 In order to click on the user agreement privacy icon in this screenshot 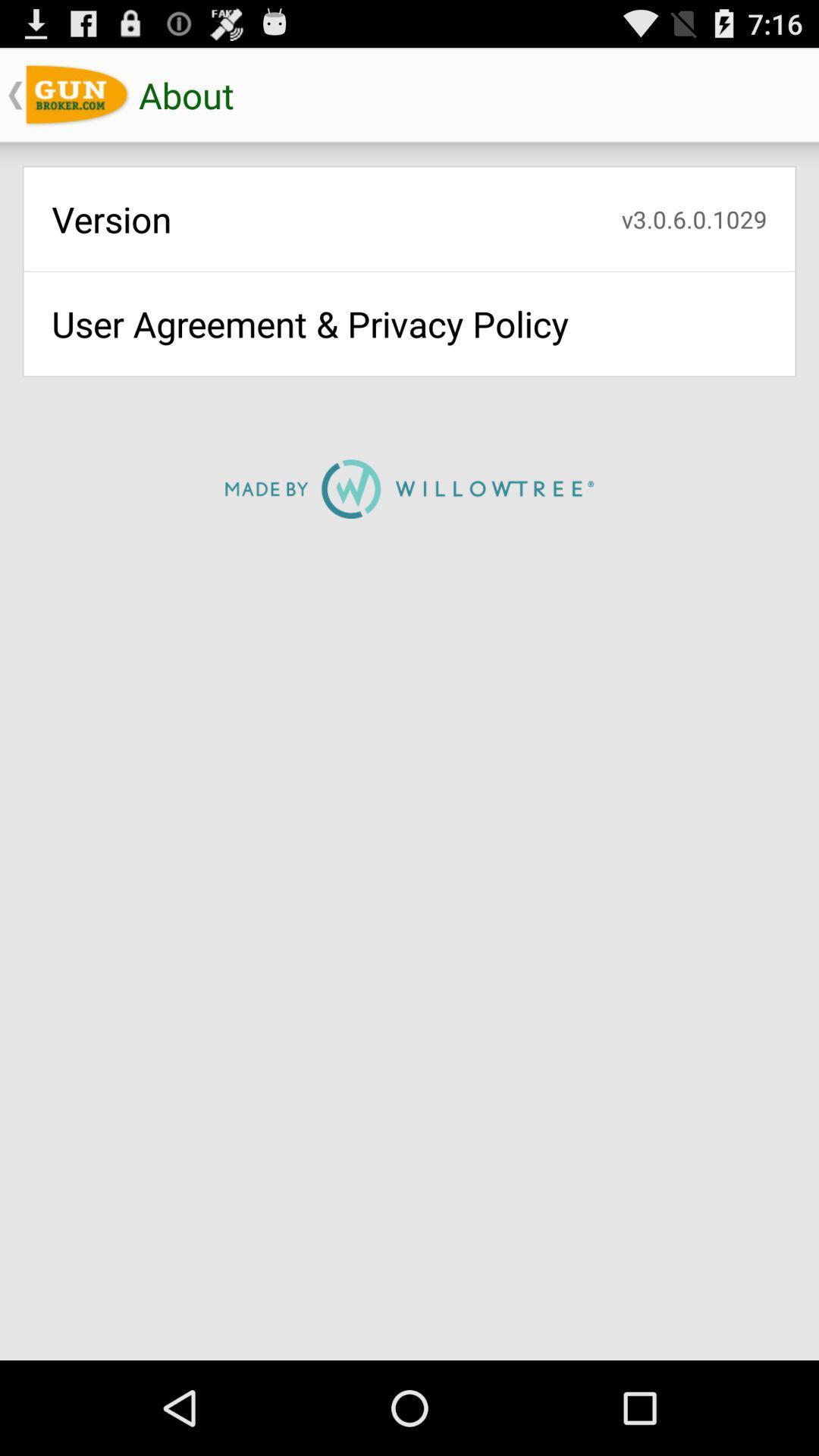, I will do `click(409, 323)`.